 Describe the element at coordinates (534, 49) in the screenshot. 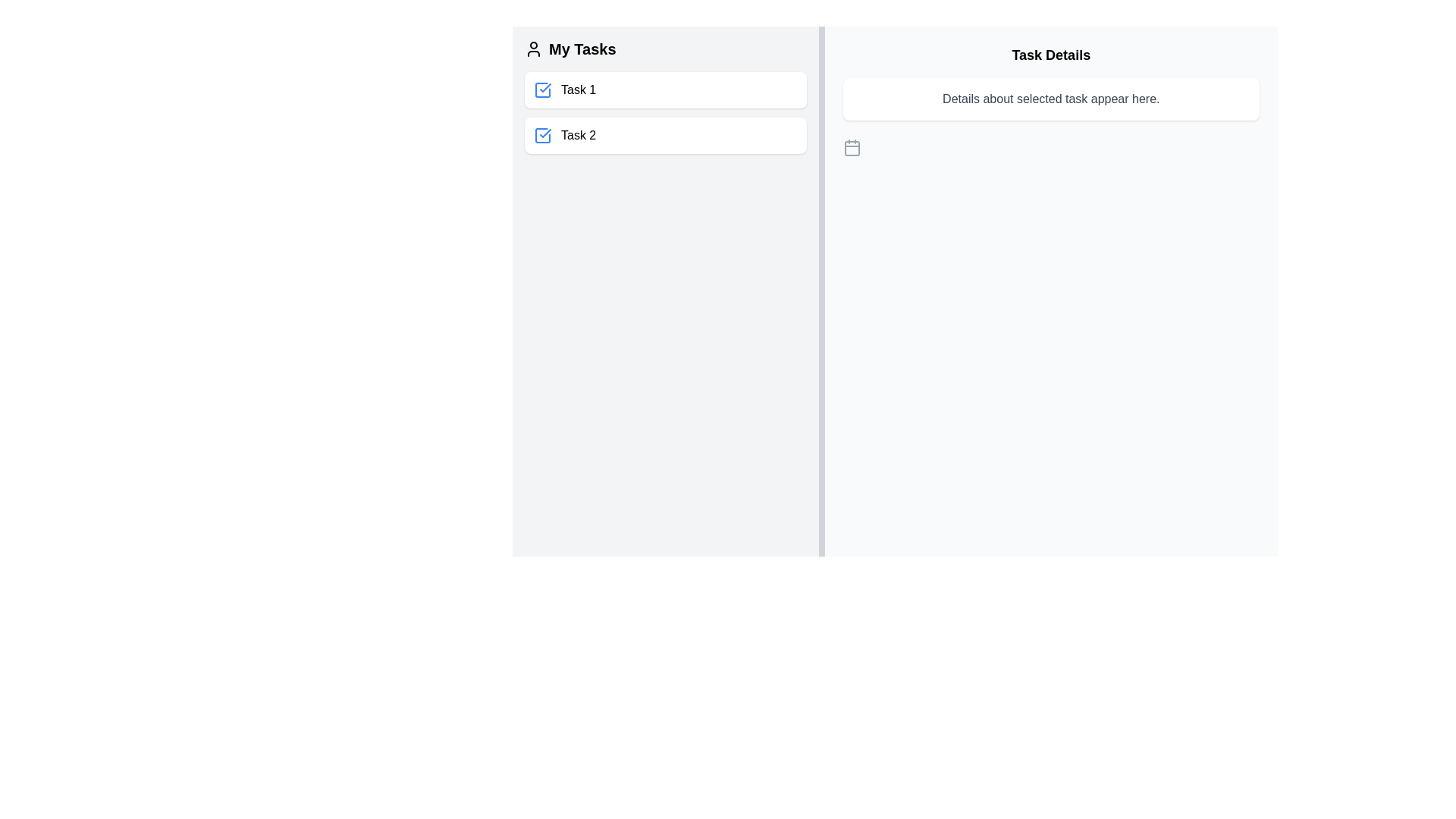

I see `the user concept or profile section indicator icon located in the top left sidebar, adjacent to the 'My Tasks' heading` at that location.